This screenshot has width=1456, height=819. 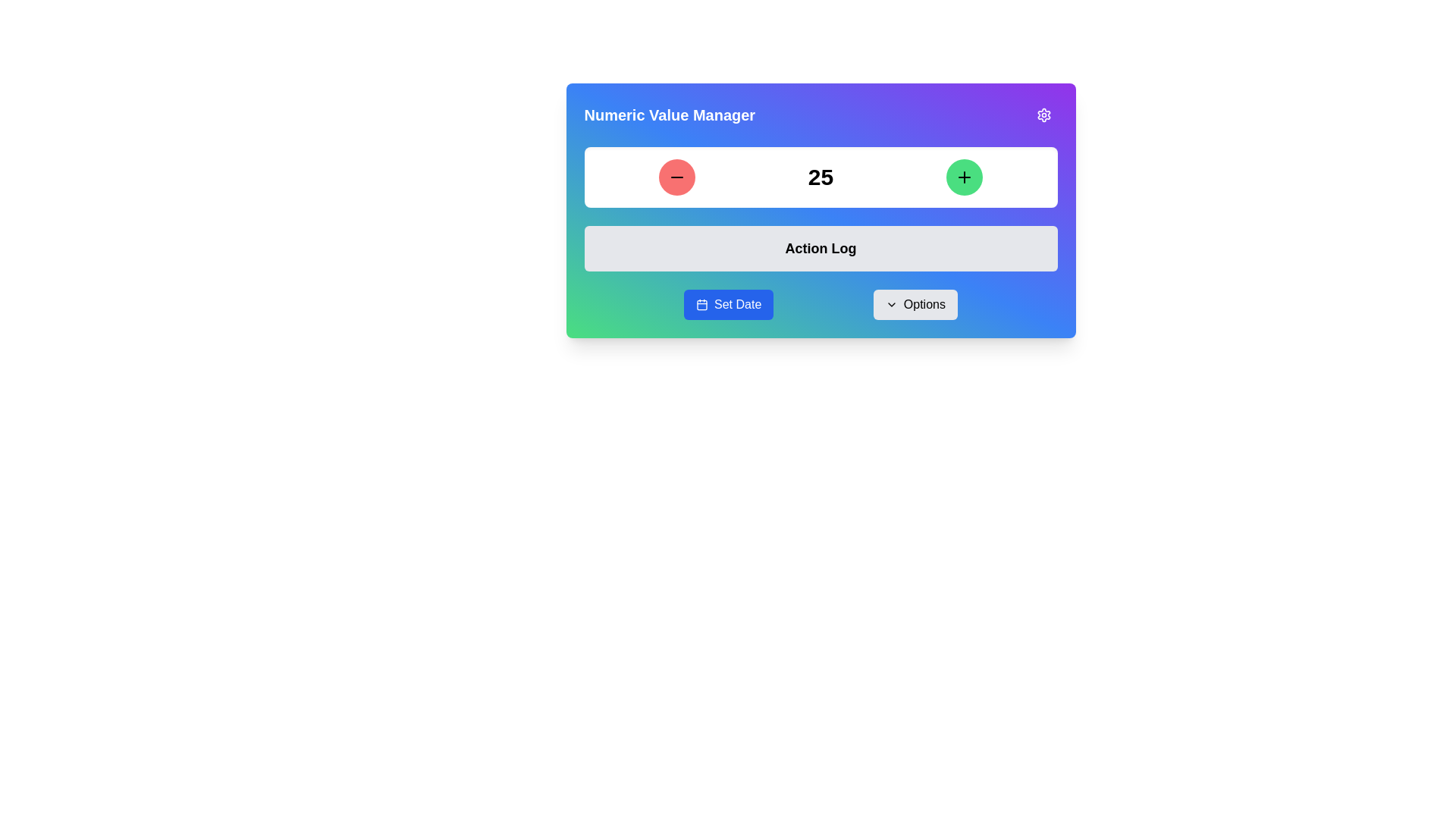 What do you see at coordinates (820, 177) in the screenshot?
I see `the Text Display element that visually represents a numeric value in the interface, which is part of a numeric value manager and is flanked by minus and plus icon buttons` at bounding box center [820, 177].